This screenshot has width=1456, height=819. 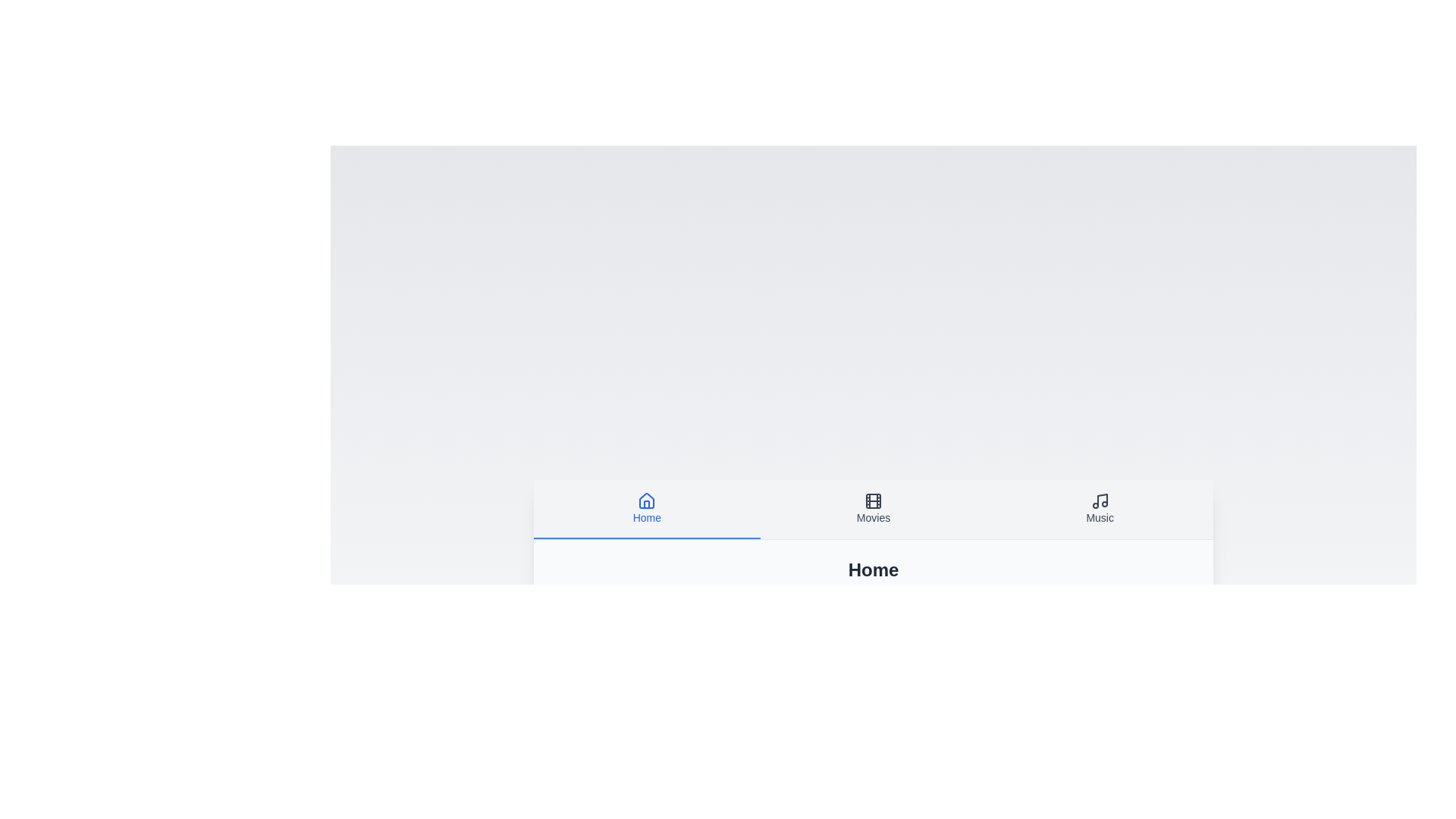 What do you see at coordinates (874, 509) in the screenshot?
I see `the Movies tab to activate it` at bounding box center [874, 509].